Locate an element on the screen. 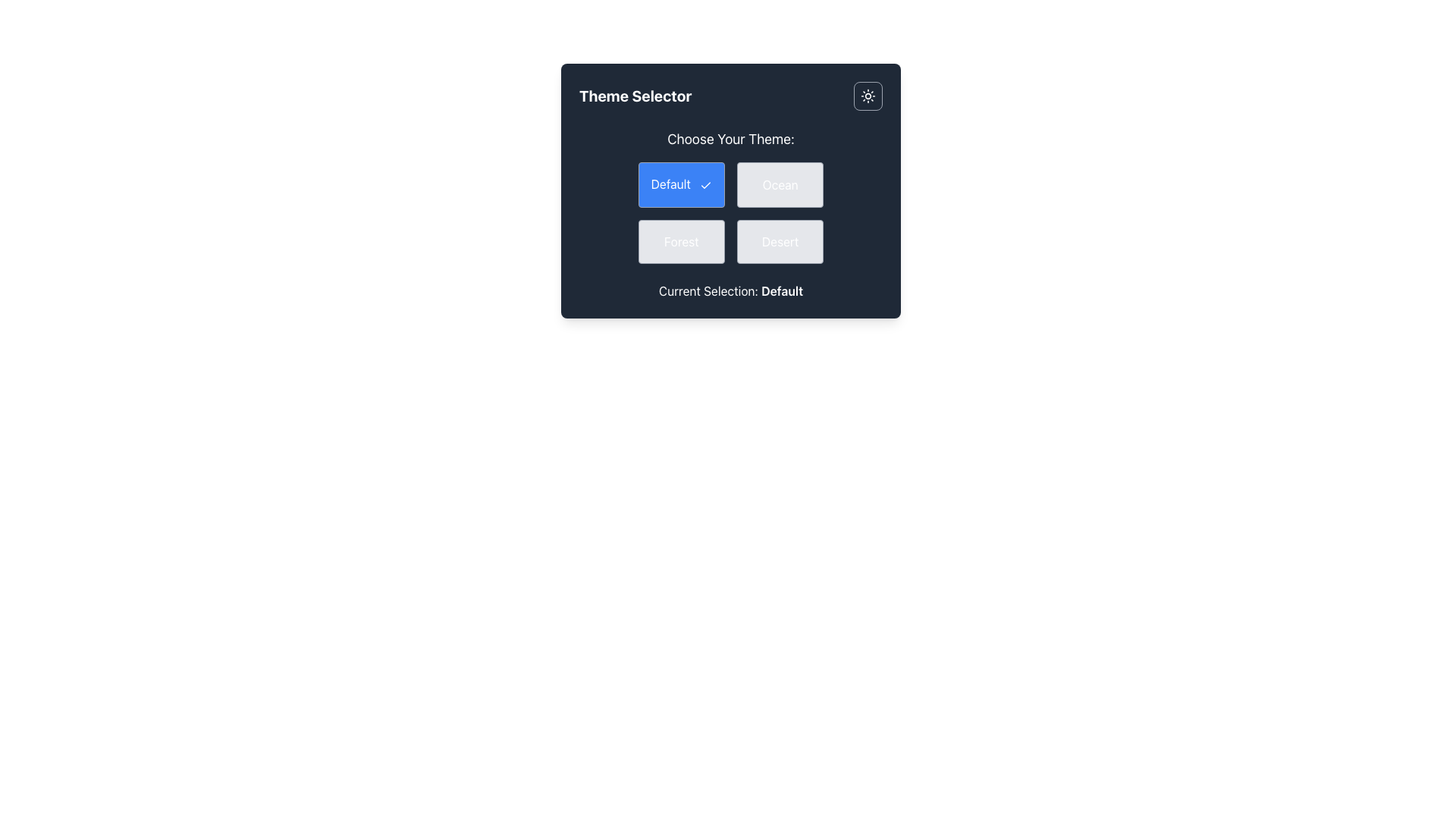  the 'Default' button within the 'Choose Your Theme:' section of the Theme Selector card is located at coordinates (731, 195).